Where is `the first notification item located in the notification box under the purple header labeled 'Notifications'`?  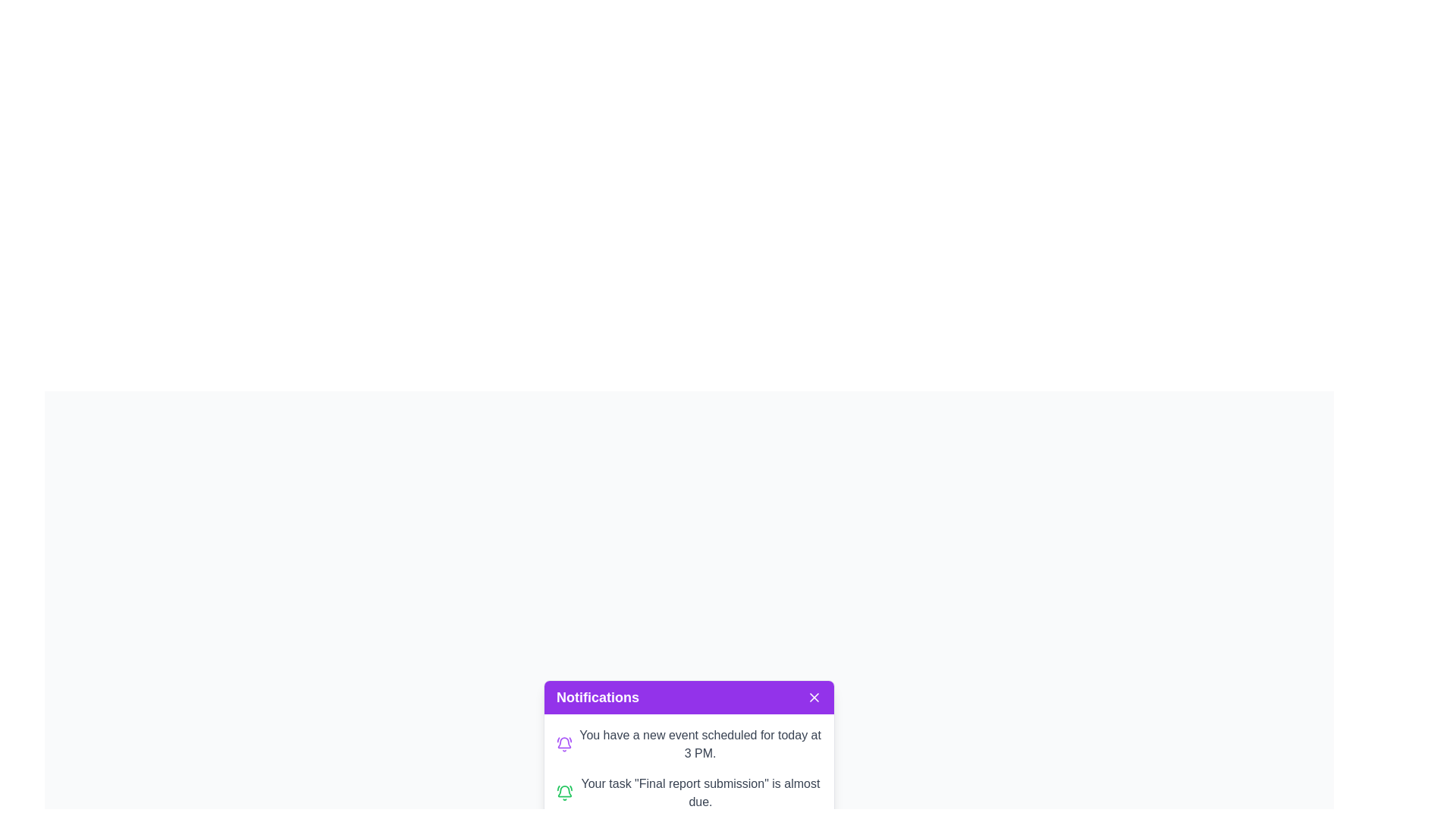
the first notification item located in the notification box under the purple header labeled 'Notifications' is located at coordinates (688, 742).